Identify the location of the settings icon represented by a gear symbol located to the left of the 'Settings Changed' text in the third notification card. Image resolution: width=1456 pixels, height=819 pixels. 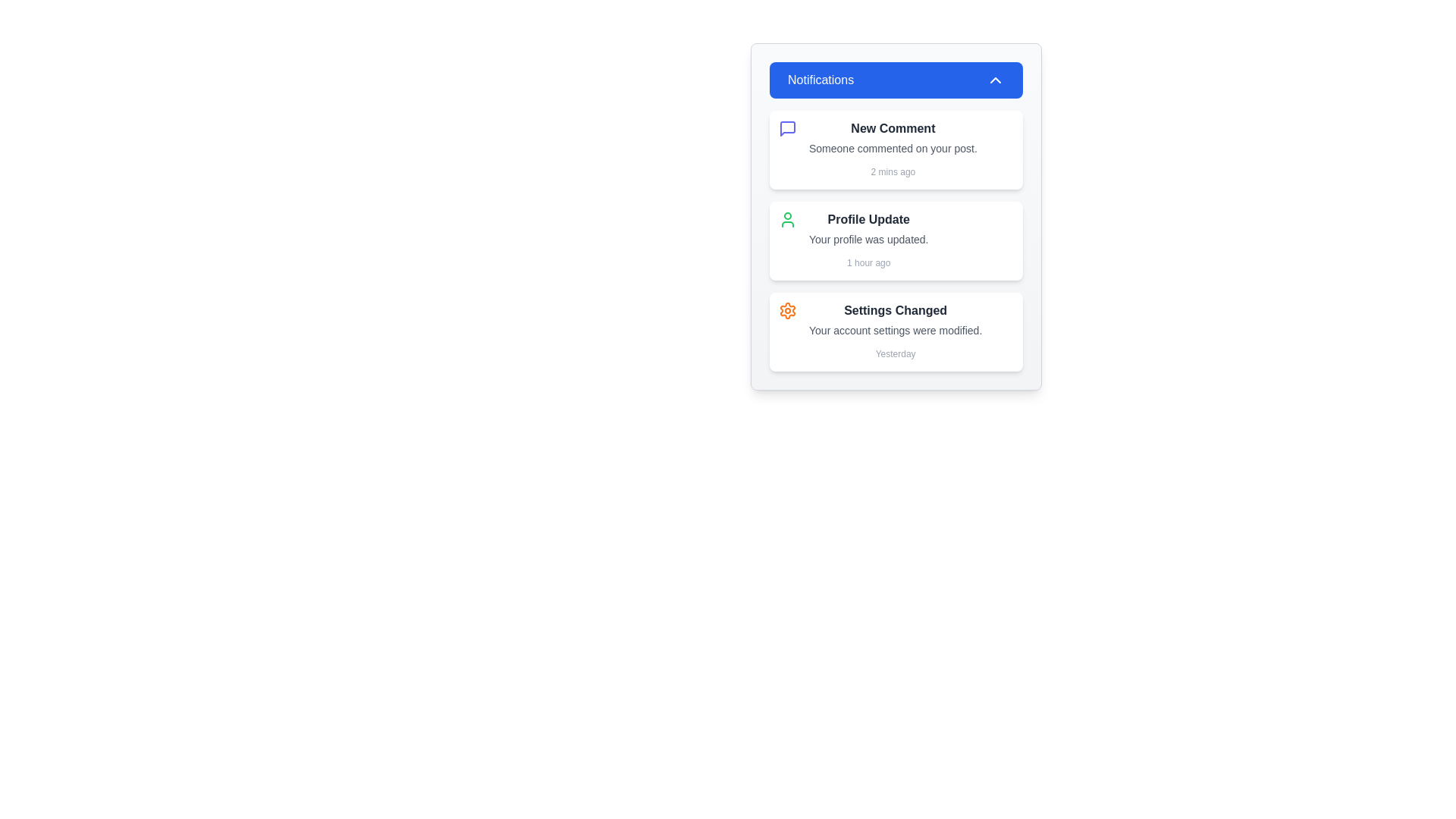
(787, 309).